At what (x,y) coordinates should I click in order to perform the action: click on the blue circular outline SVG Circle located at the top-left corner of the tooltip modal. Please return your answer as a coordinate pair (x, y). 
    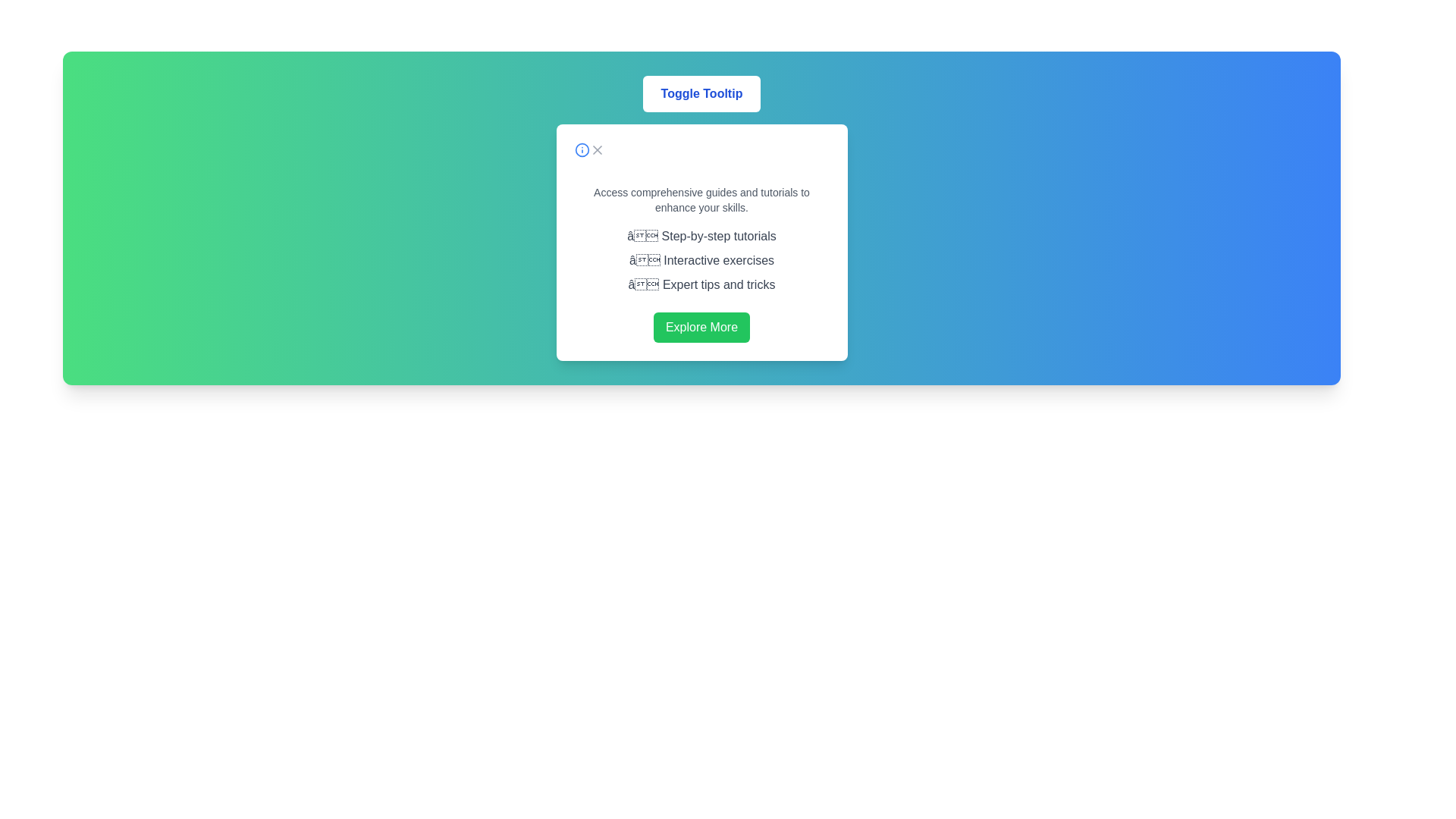
    Looking at the image, I should click on (581, 149).